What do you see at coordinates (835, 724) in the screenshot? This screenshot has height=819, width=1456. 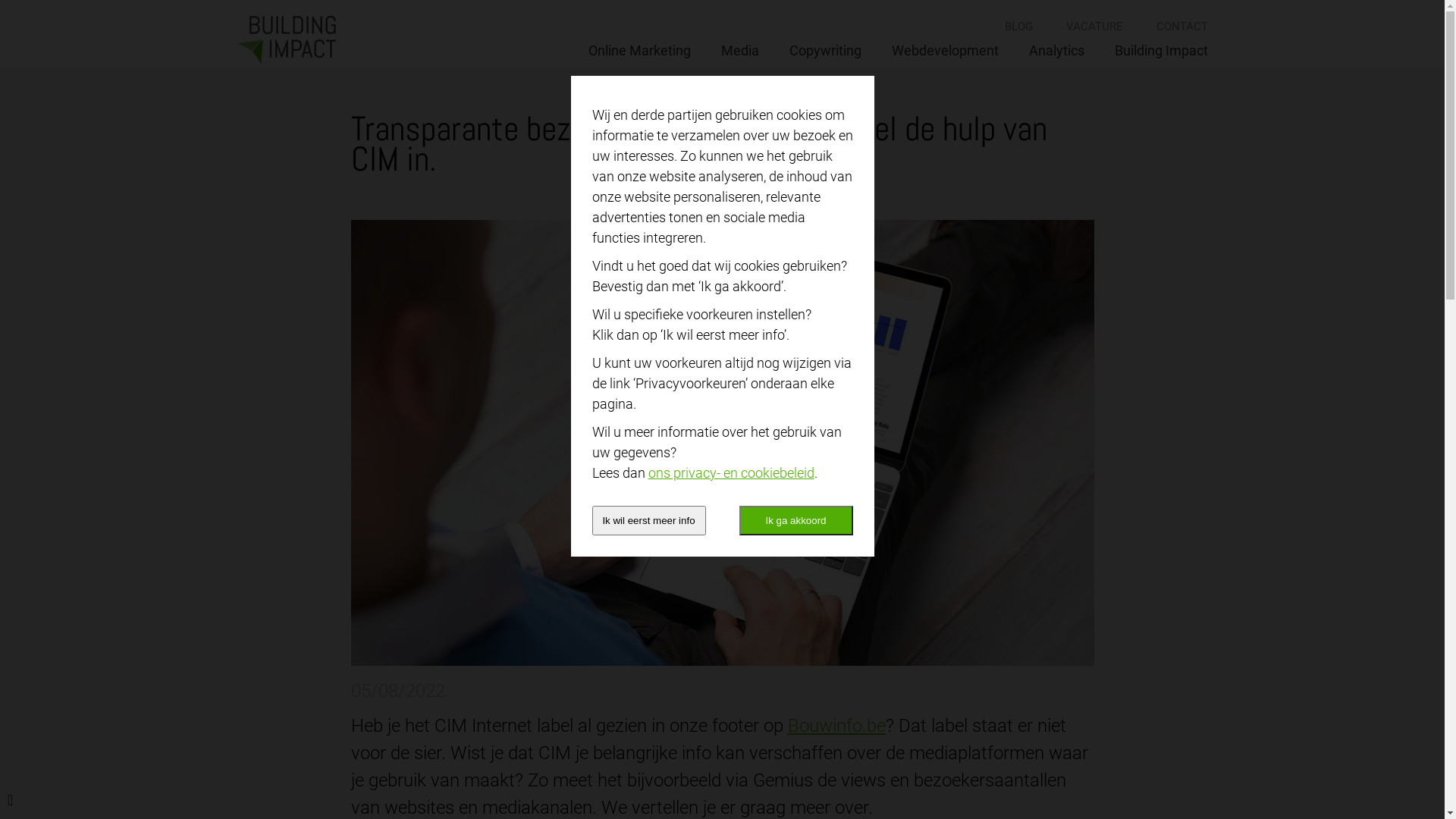 I see `'Bouwinfo.be'` at bounding box center [835, 724].